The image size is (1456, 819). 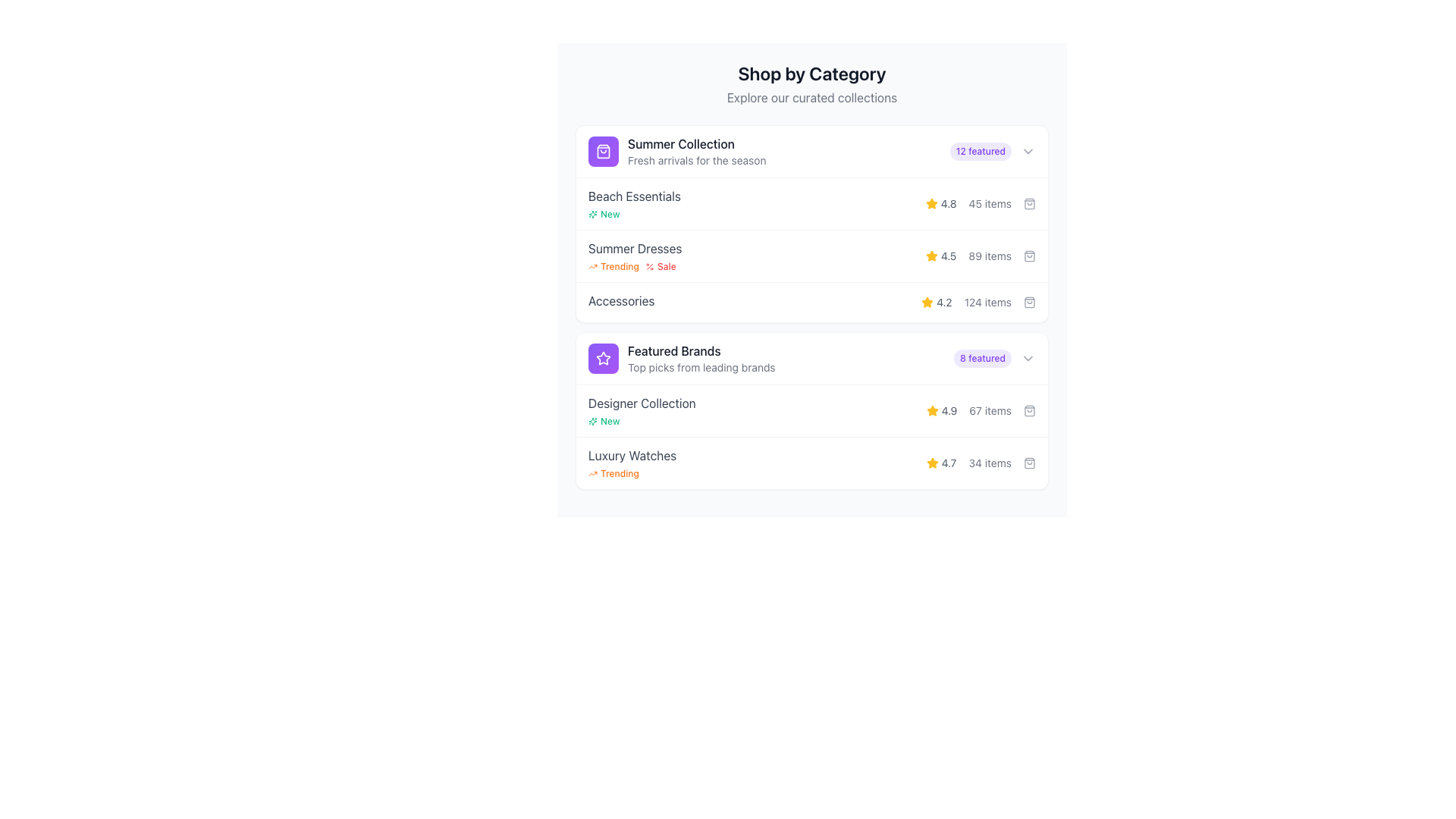 I want to click on the small shopping bag icon, which is located on the far right of the 'Summer Dresses' category row, so click(x=1030, y=256).